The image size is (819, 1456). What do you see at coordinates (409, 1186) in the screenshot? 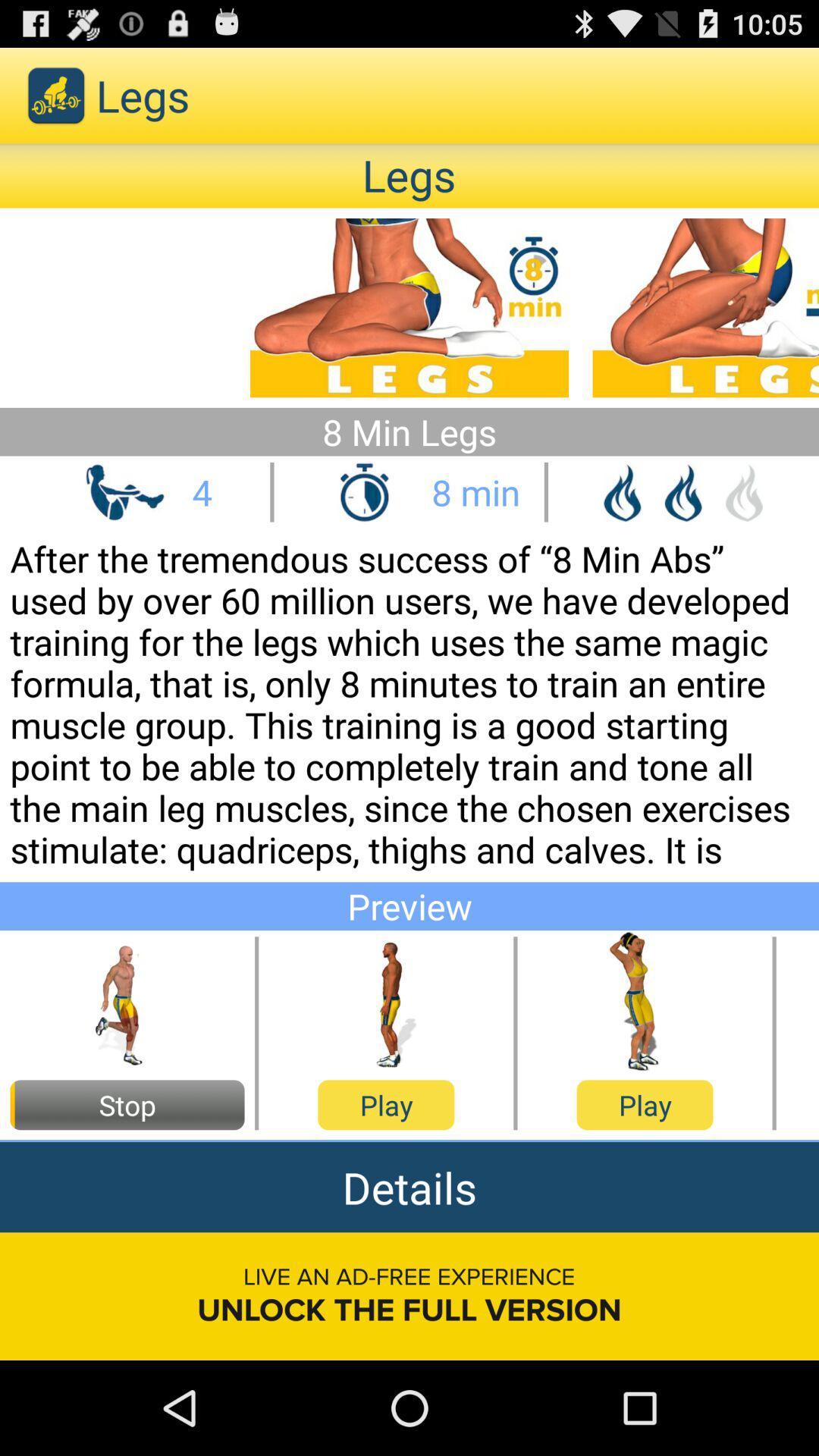
I see `icon above live an ad` at bounding box center [409, 1186].